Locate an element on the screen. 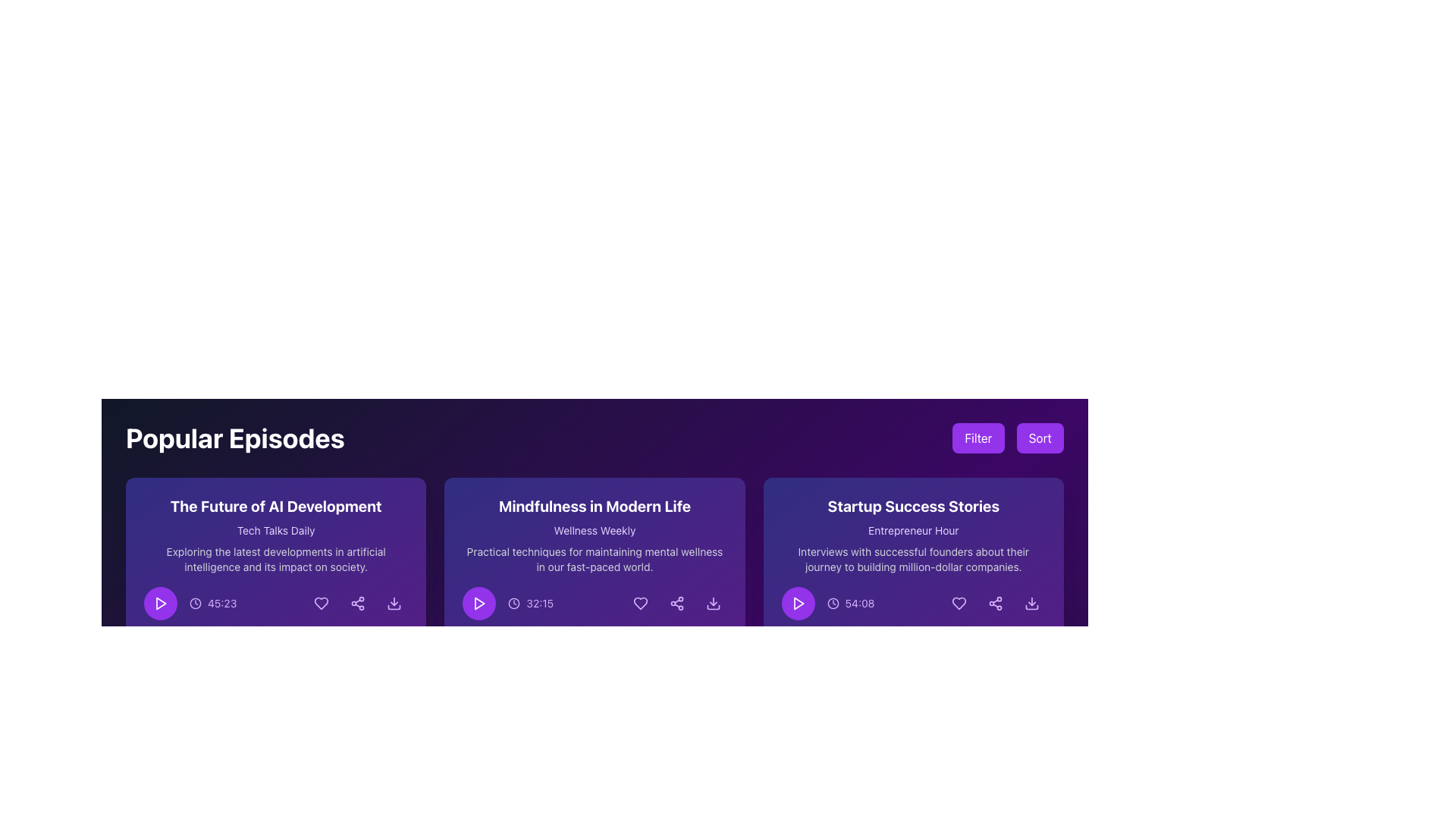 The height and width of the screenshot is (819, 1456). changes in the progress bar located at the bottom of the 'Startup Success Stories' card, above the timeline icon and progress time text, as the media progresses is located at coordinates (839, 635).